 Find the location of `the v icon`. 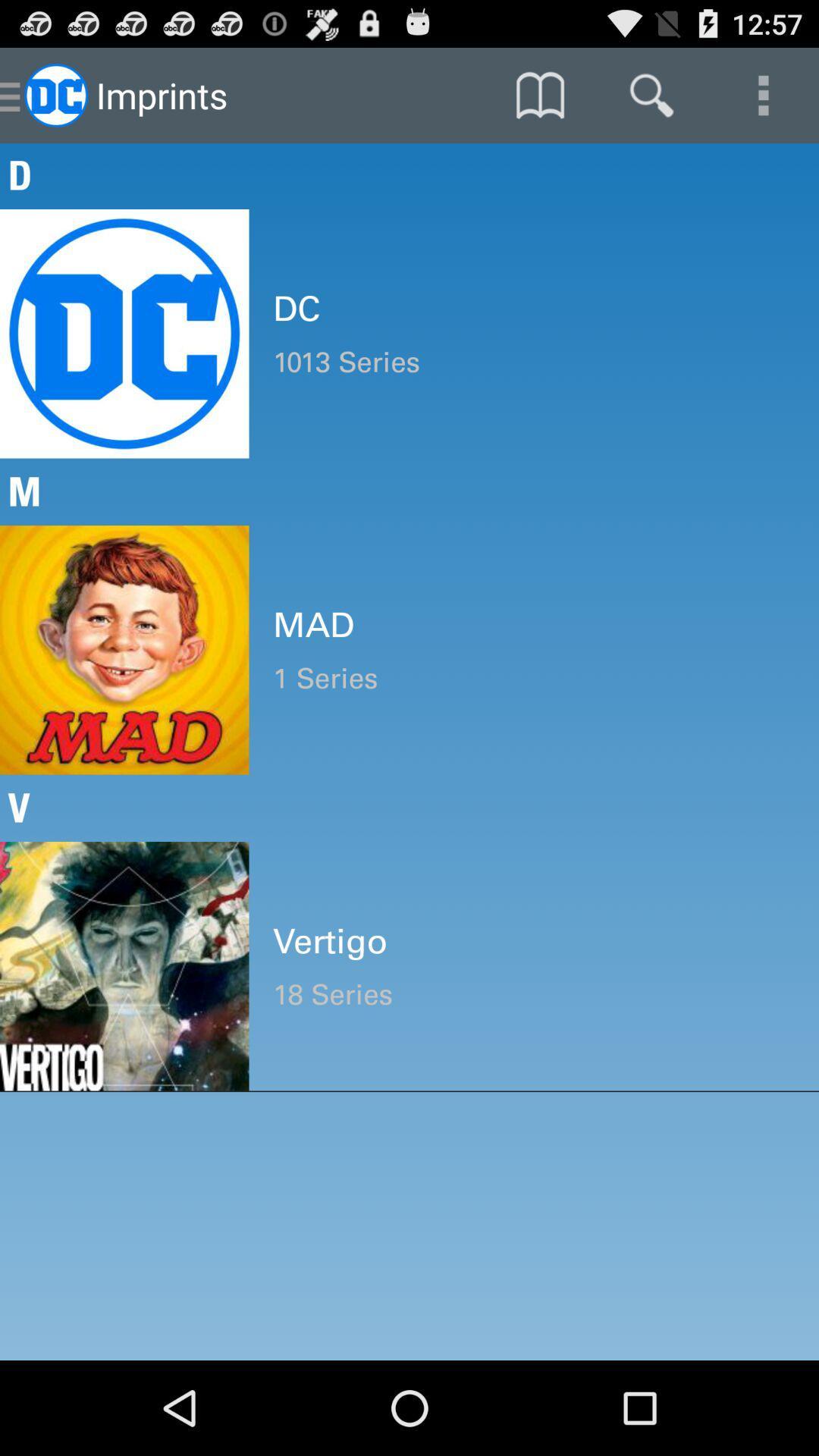

the v icon is located at coordinates (409, 807).